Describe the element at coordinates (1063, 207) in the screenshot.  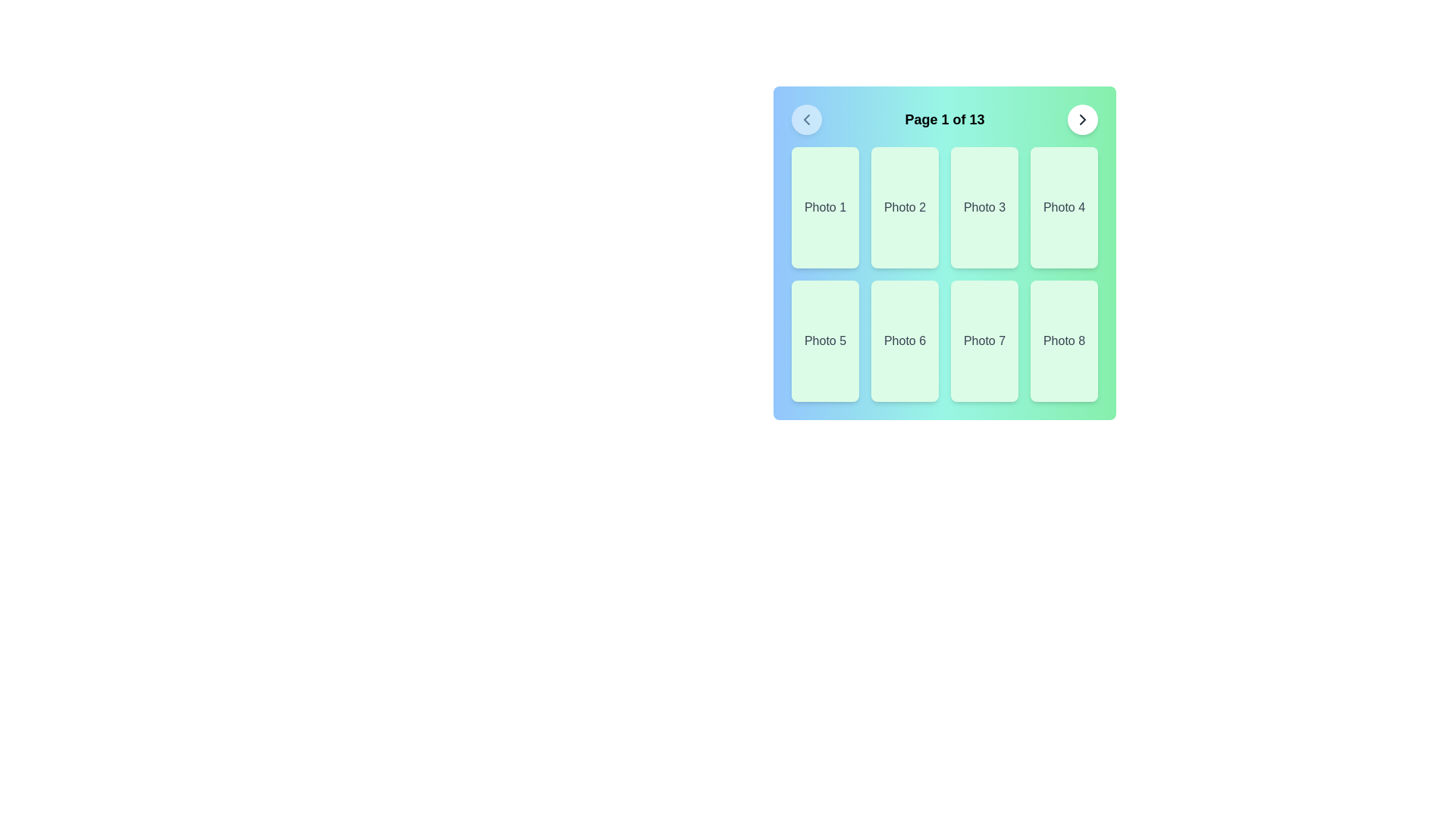
I see `the Button-like interactive card located in the first row and fourth column of the grid layout` at that location.